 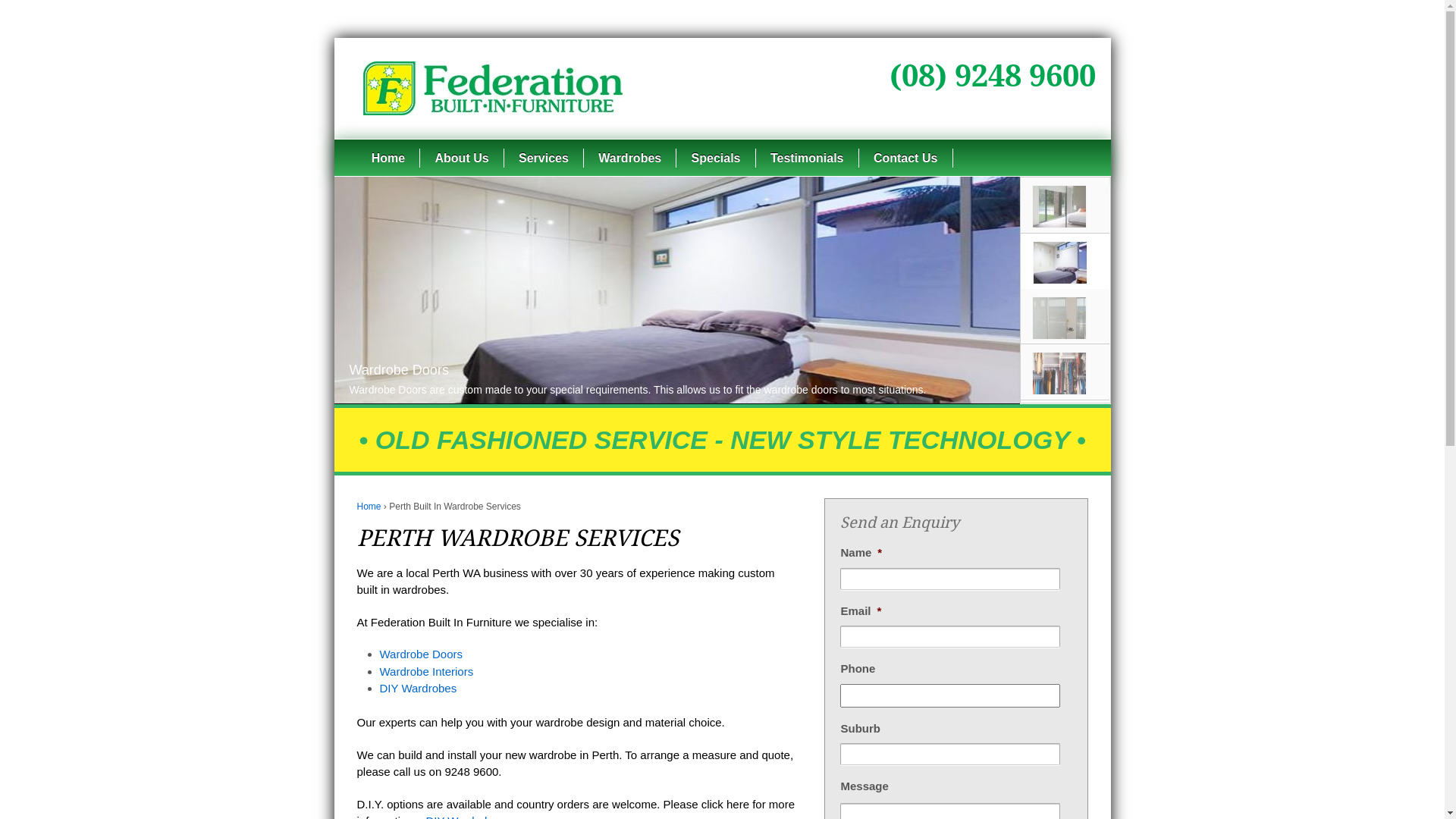 I want to click on '(08) 9248 9600', so click(x=992, y=76).